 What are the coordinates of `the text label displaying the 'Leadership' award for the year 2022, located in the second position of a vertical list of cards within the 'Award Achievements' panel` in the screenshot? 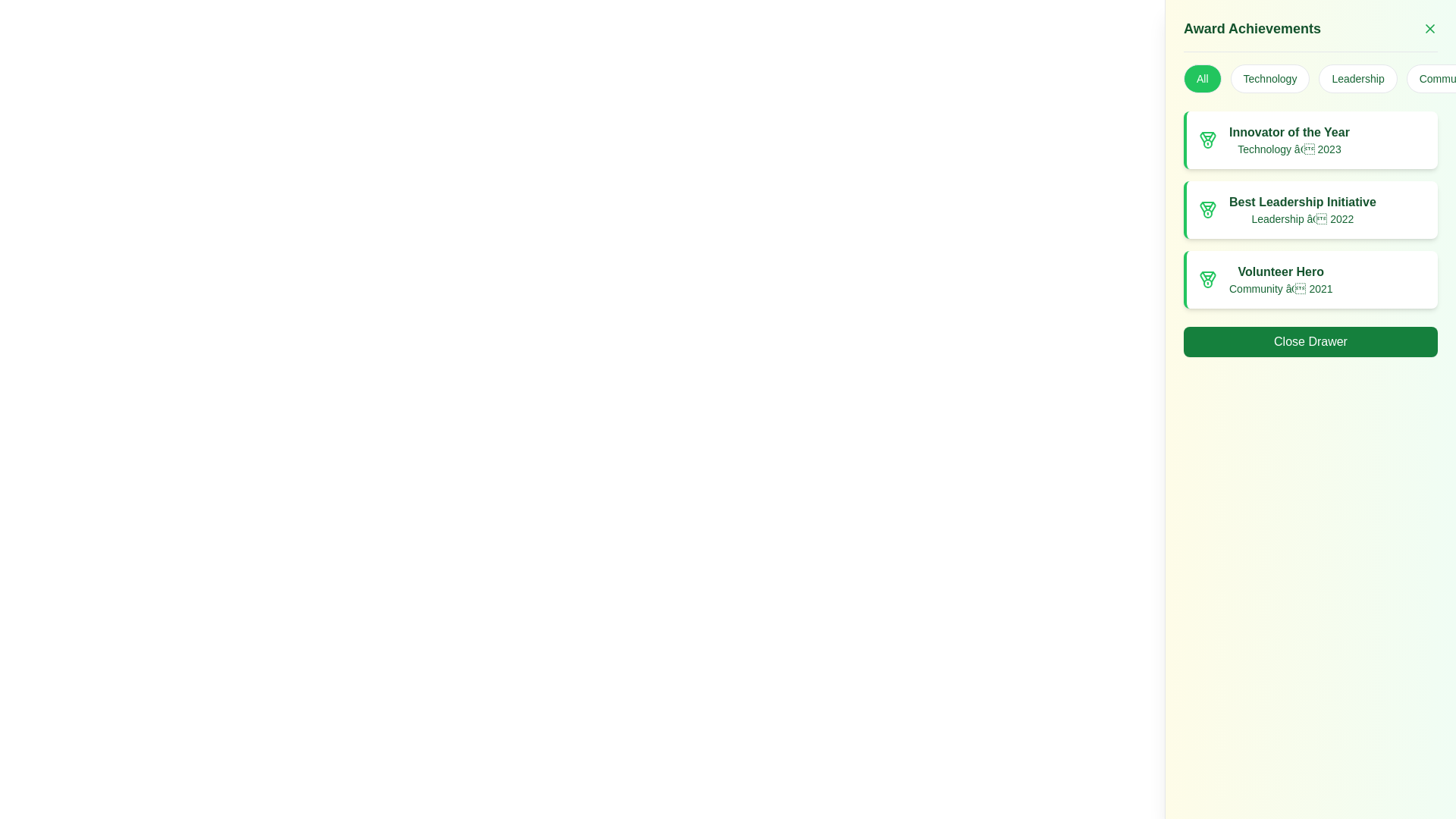 It's located at (1302, 210).